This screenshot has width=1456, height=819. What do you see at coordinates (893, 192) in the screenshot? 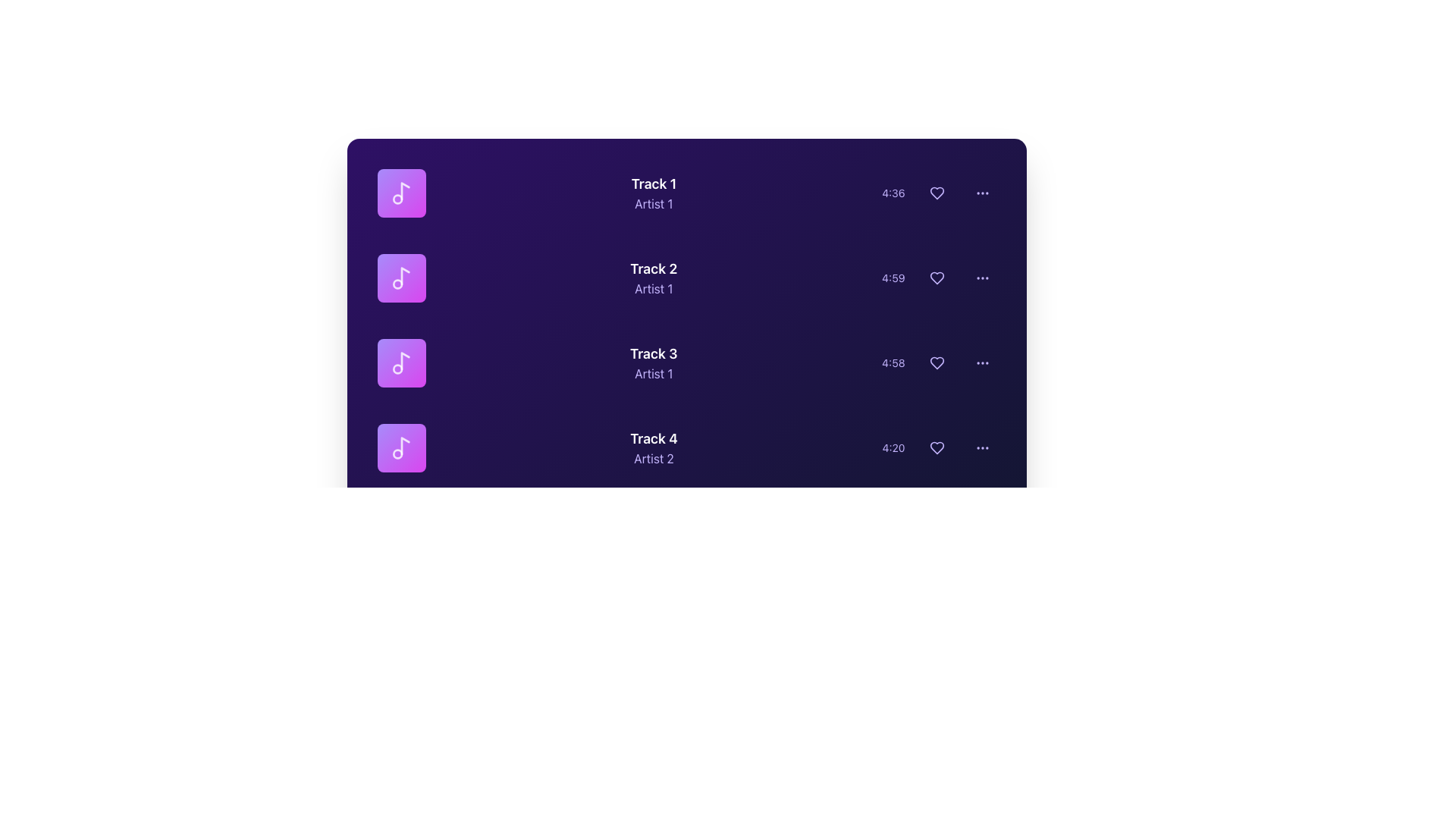
I see `the text label displaying the duration of the track, located to the right of 'Track 1' and 'Artist 1', and before the heart and ellipsis icons` at bounding box center [893, 192].